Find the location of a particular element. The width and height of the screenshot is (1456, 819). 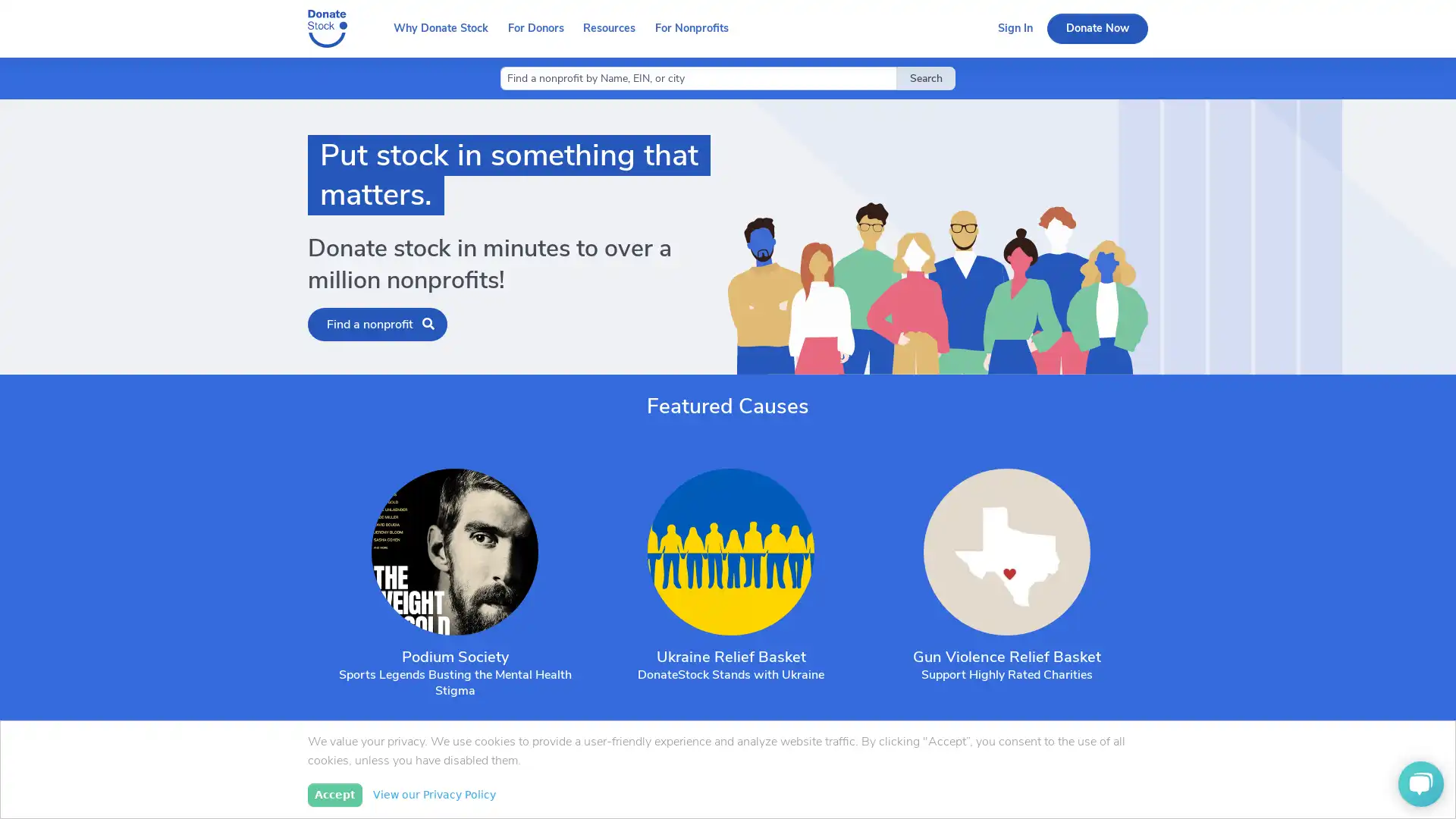

Search is located at coordinates (925, 78).